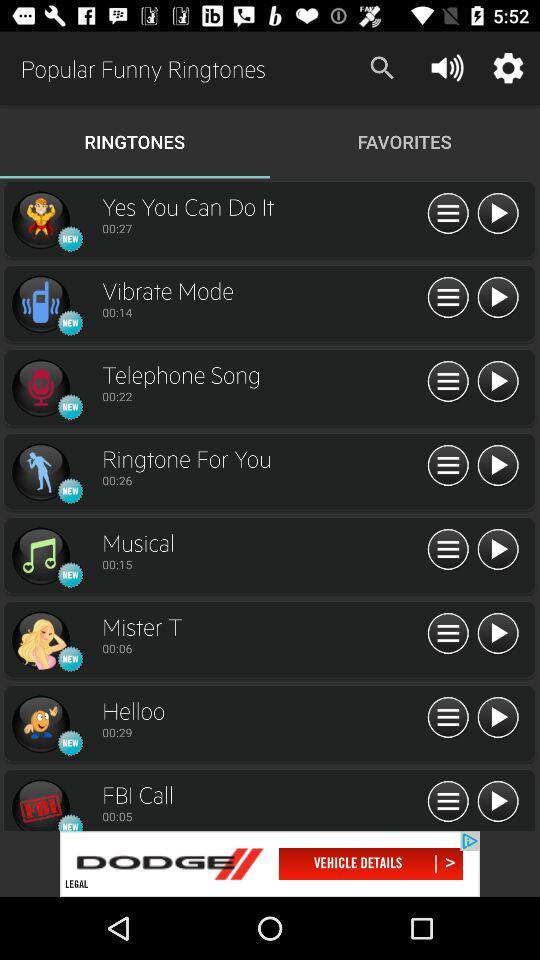  I want to click on menu page, so click(448, 550).